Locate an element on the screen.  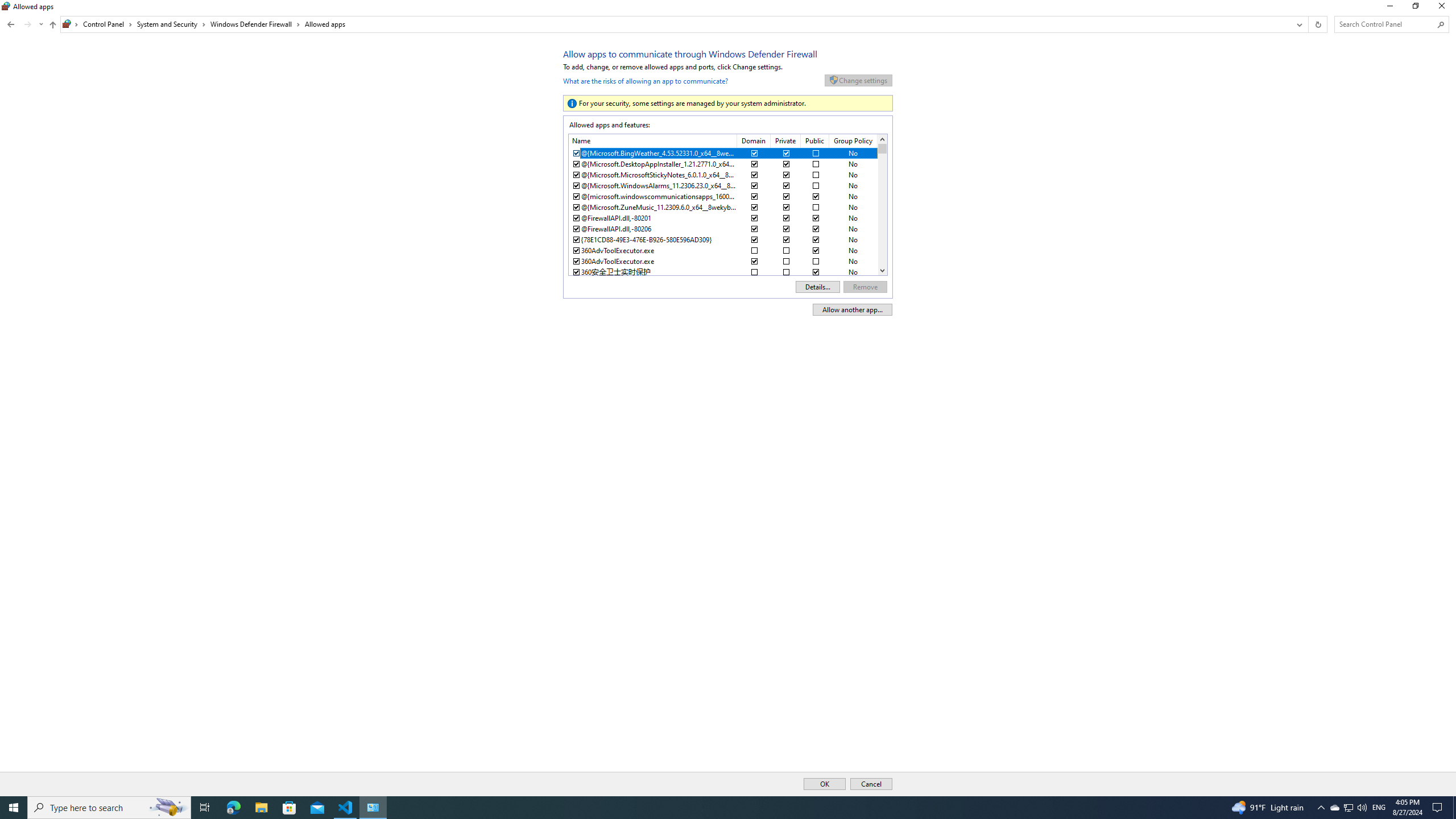
'Notification Chevron' is located at coordinates (1321, 806).